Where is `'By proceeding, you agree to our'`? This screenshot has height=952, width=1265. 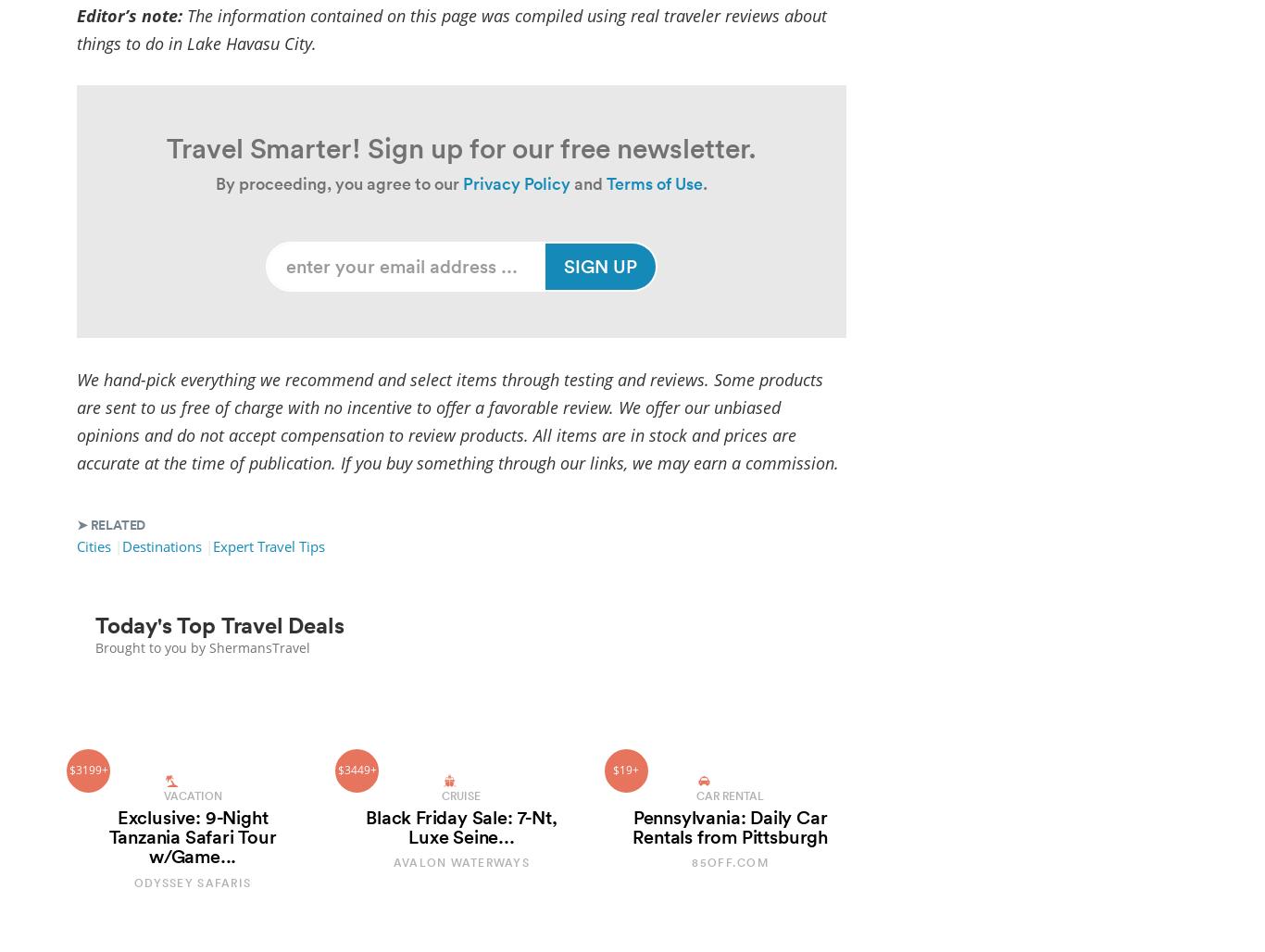
'By proceeding, you agree to our' is located at coordinates (337, 182).